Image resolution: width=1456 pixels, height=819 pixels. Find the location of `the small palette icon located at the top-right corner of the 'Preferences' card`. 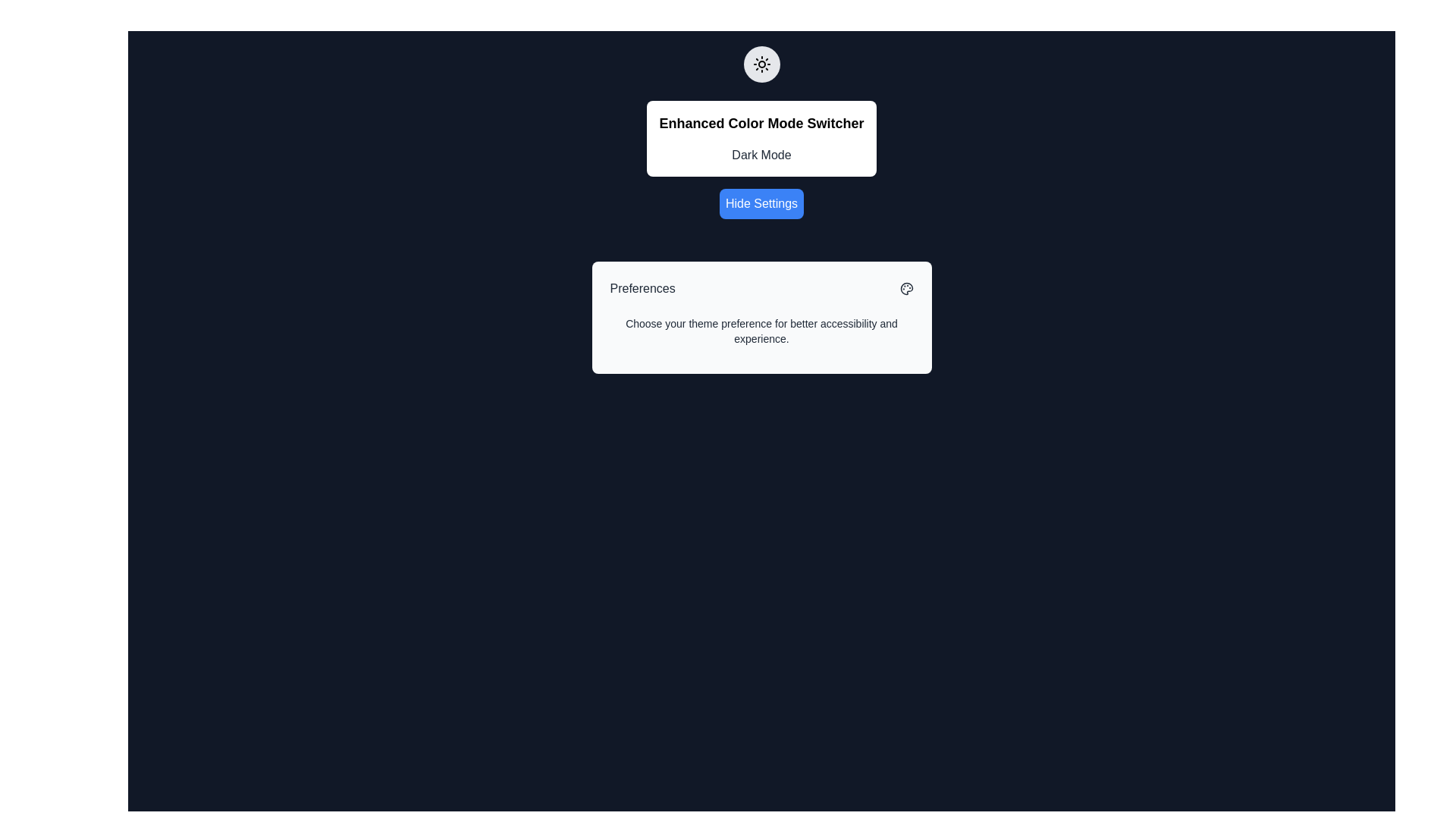

the small palette icon located at the top-right corner of the 'Preferences' card is located at coordinates (906, 289).